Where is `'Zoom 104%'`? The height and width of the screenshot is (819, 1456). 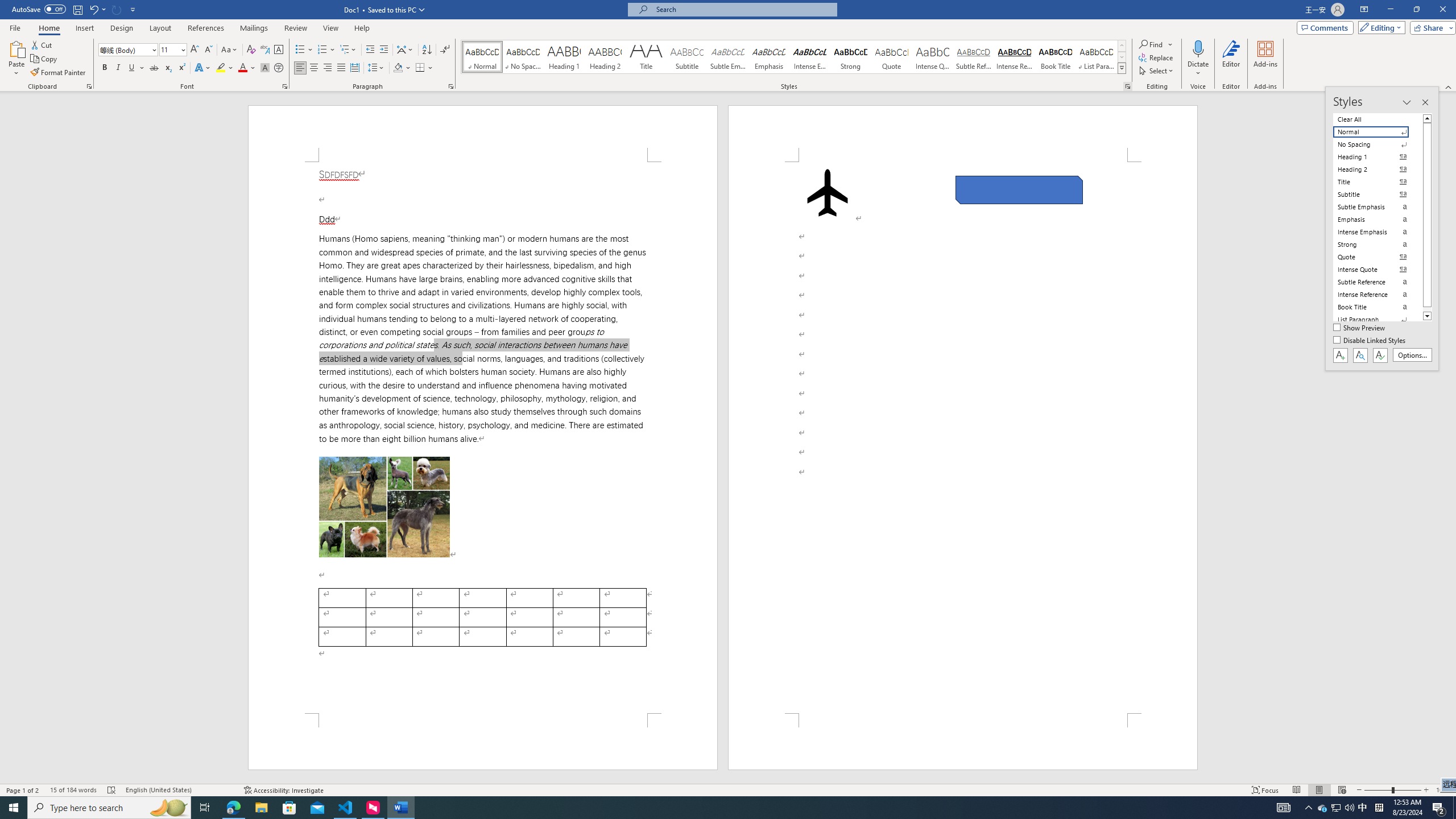
'Zoom 104%' is located at coordinates (1443, 790).